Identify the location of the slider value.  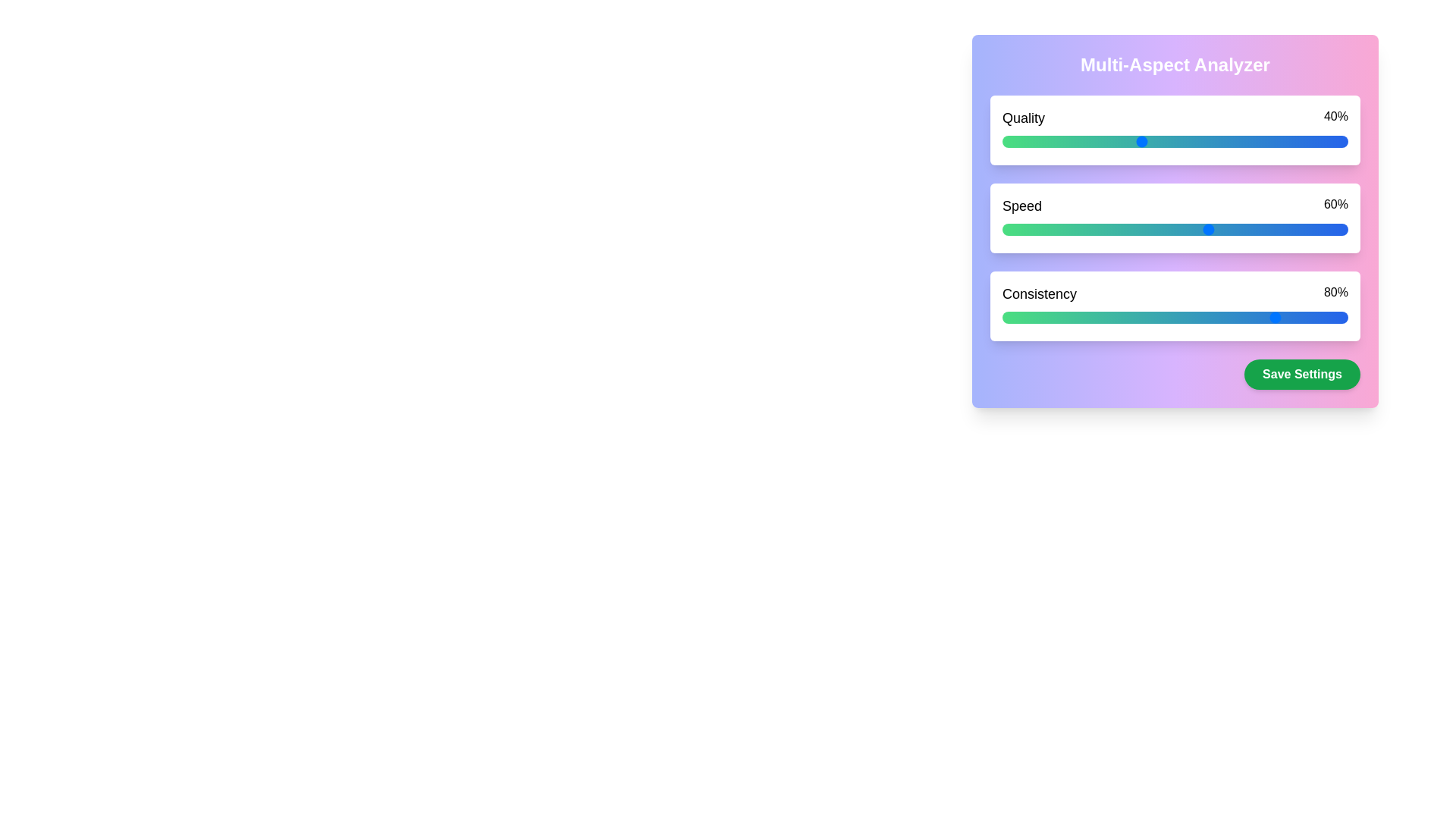
(1002, 317).